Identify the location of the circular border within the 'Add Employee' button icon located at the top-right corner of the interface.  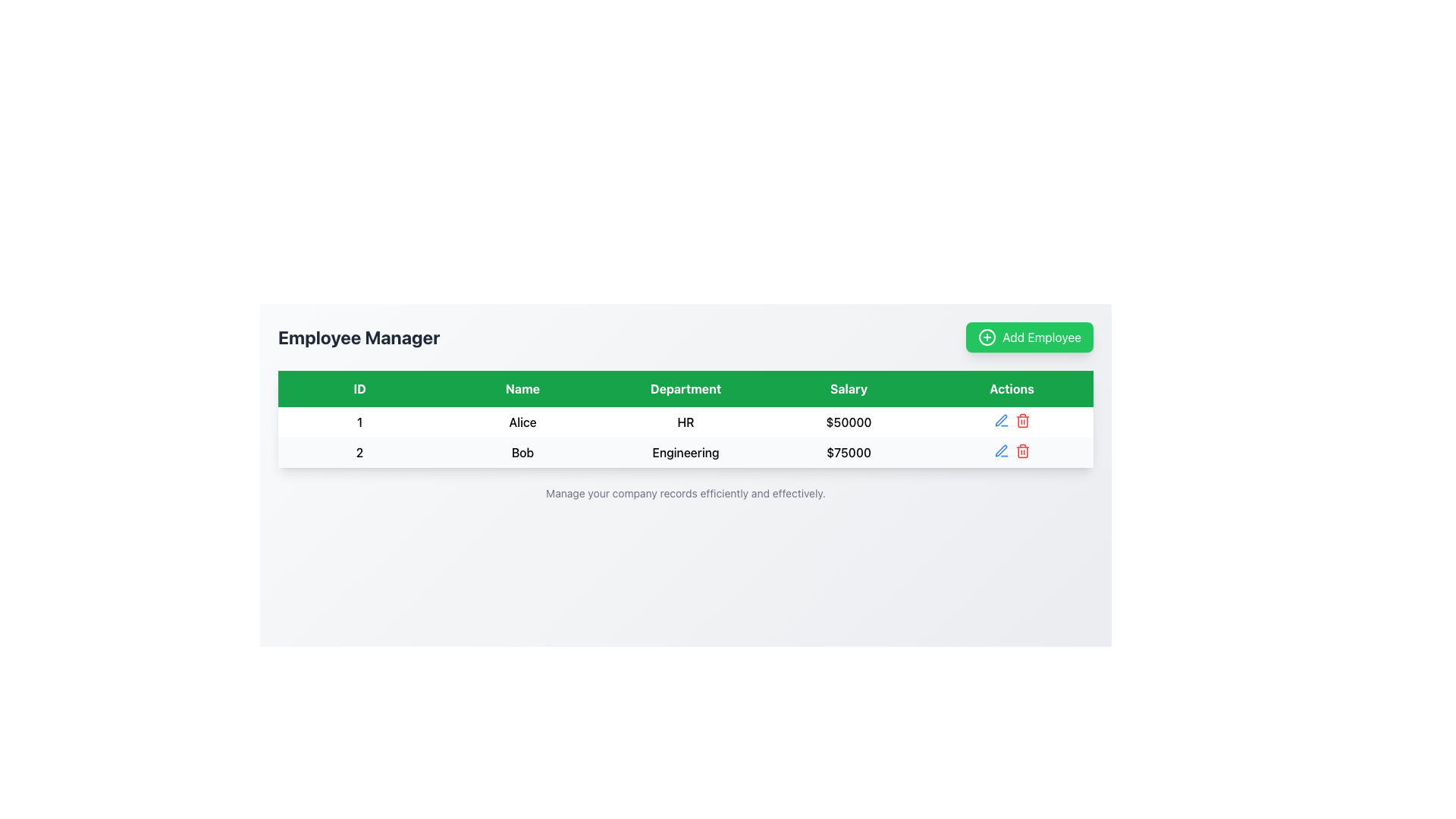
(987, 336).